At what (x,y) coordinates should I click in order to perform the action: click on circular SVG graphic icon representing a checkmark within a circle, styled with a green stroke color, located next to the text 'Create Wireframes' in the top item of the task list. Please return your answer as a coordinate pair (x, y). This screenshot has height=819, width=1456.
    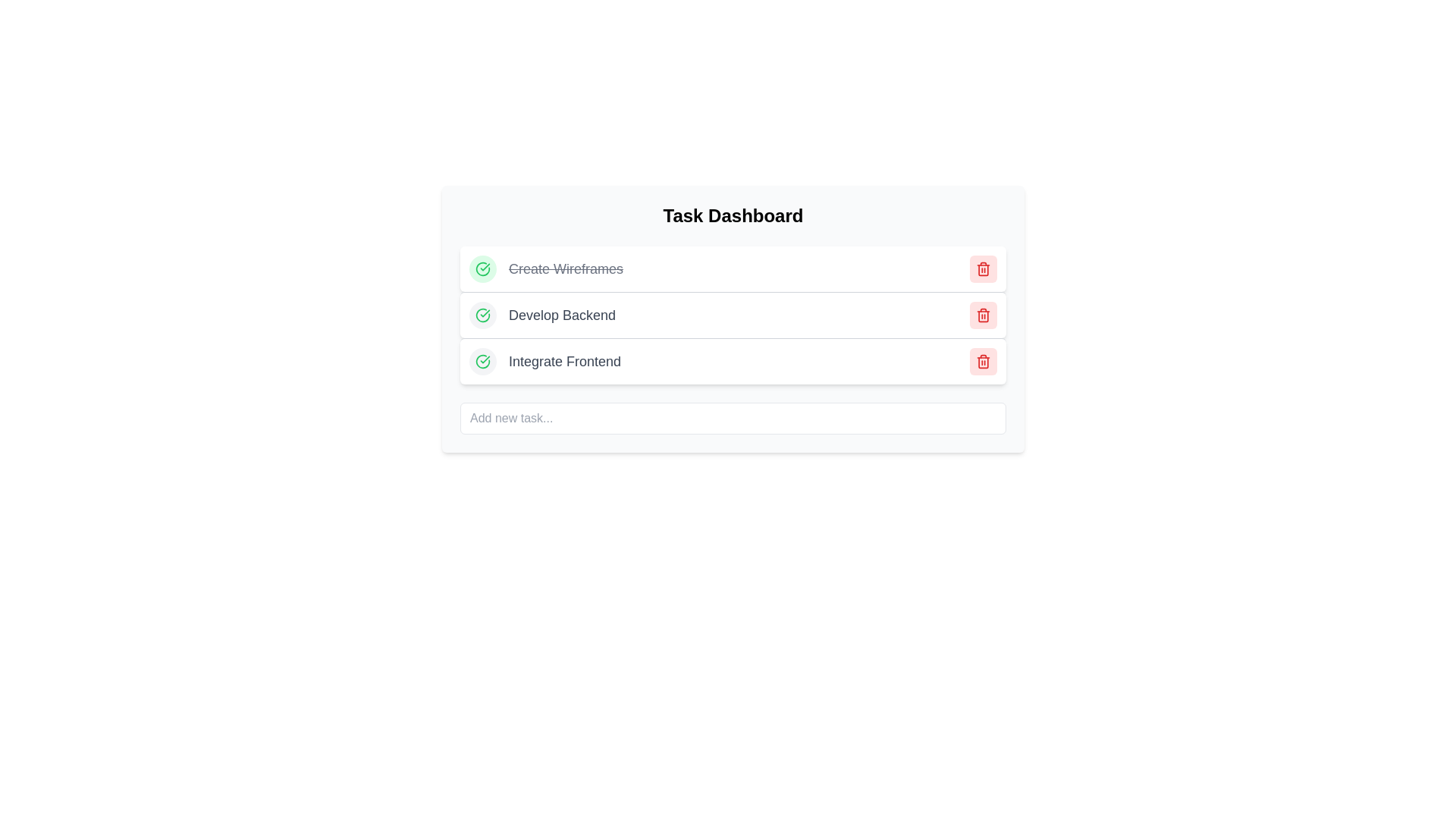
    Looking at the image, I should click on (482, 268).